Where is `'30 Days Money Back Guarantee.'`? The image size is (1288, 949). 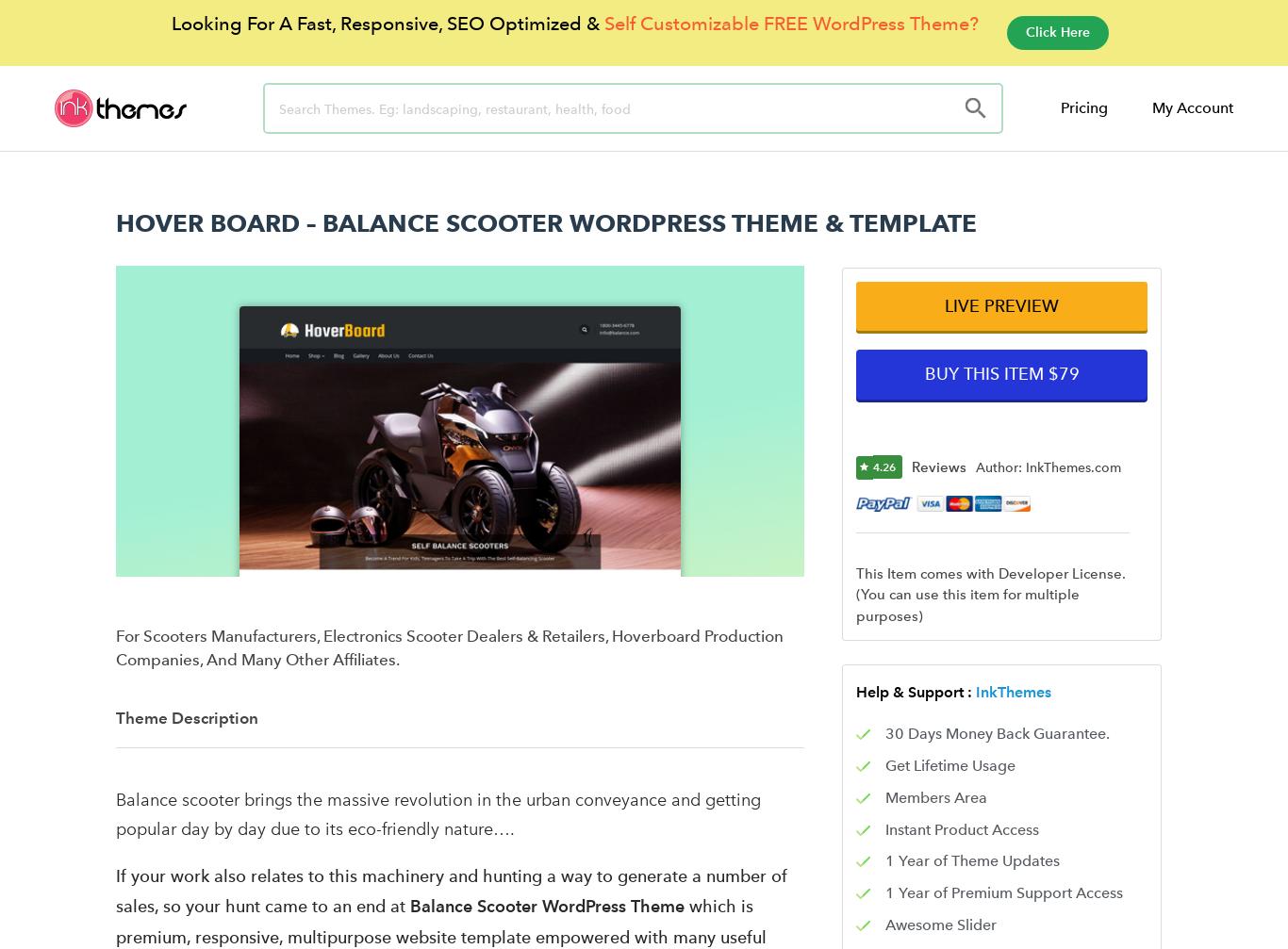
'30 Days Money Back Guarantee.' is located at coordinates (884, 732).